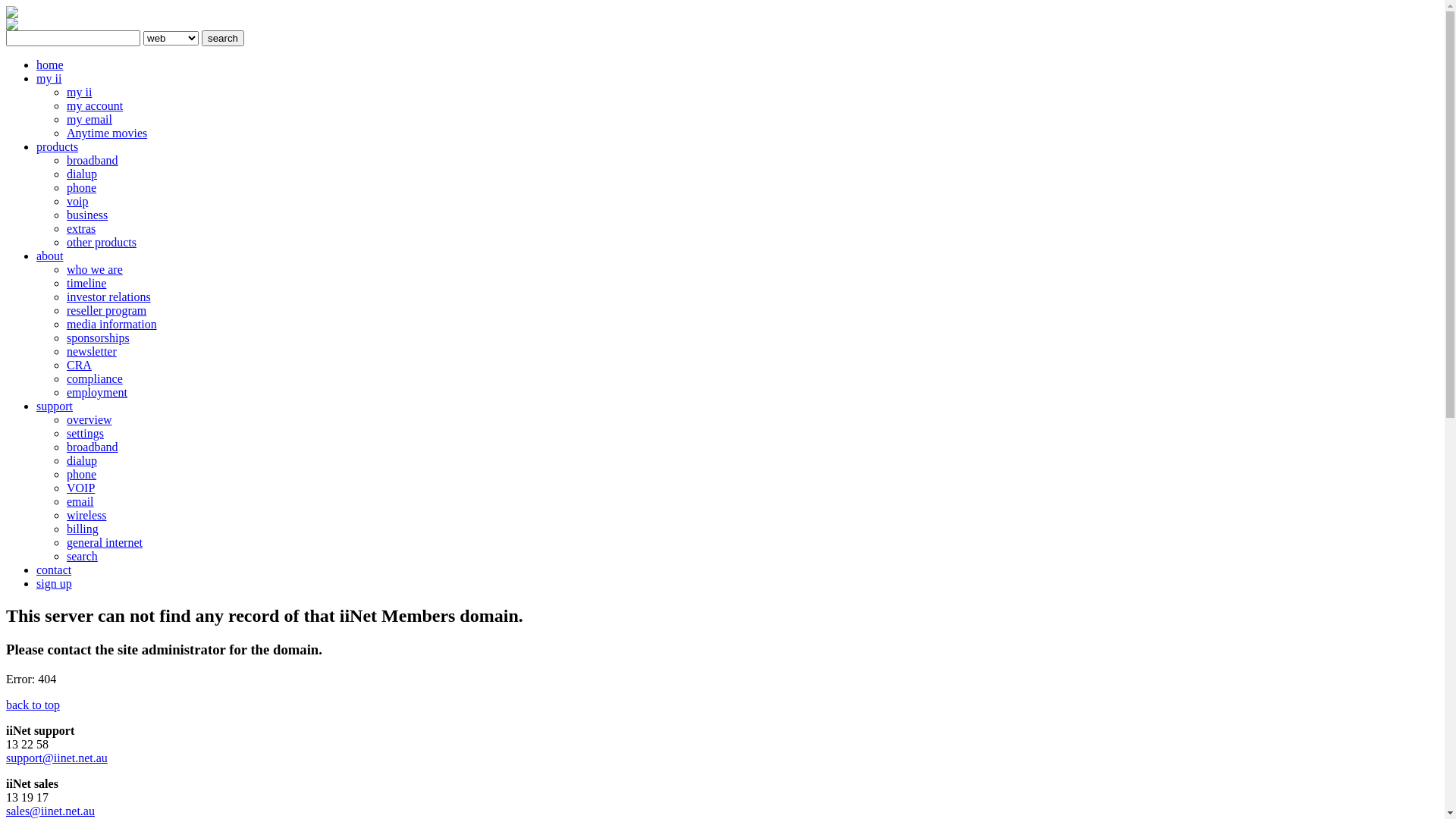 This screenshot has width=1456, height=819. What do you see at coordinates (76, 200) in the screenshot?
I see `'voip'` at bounding box center [76, 200].